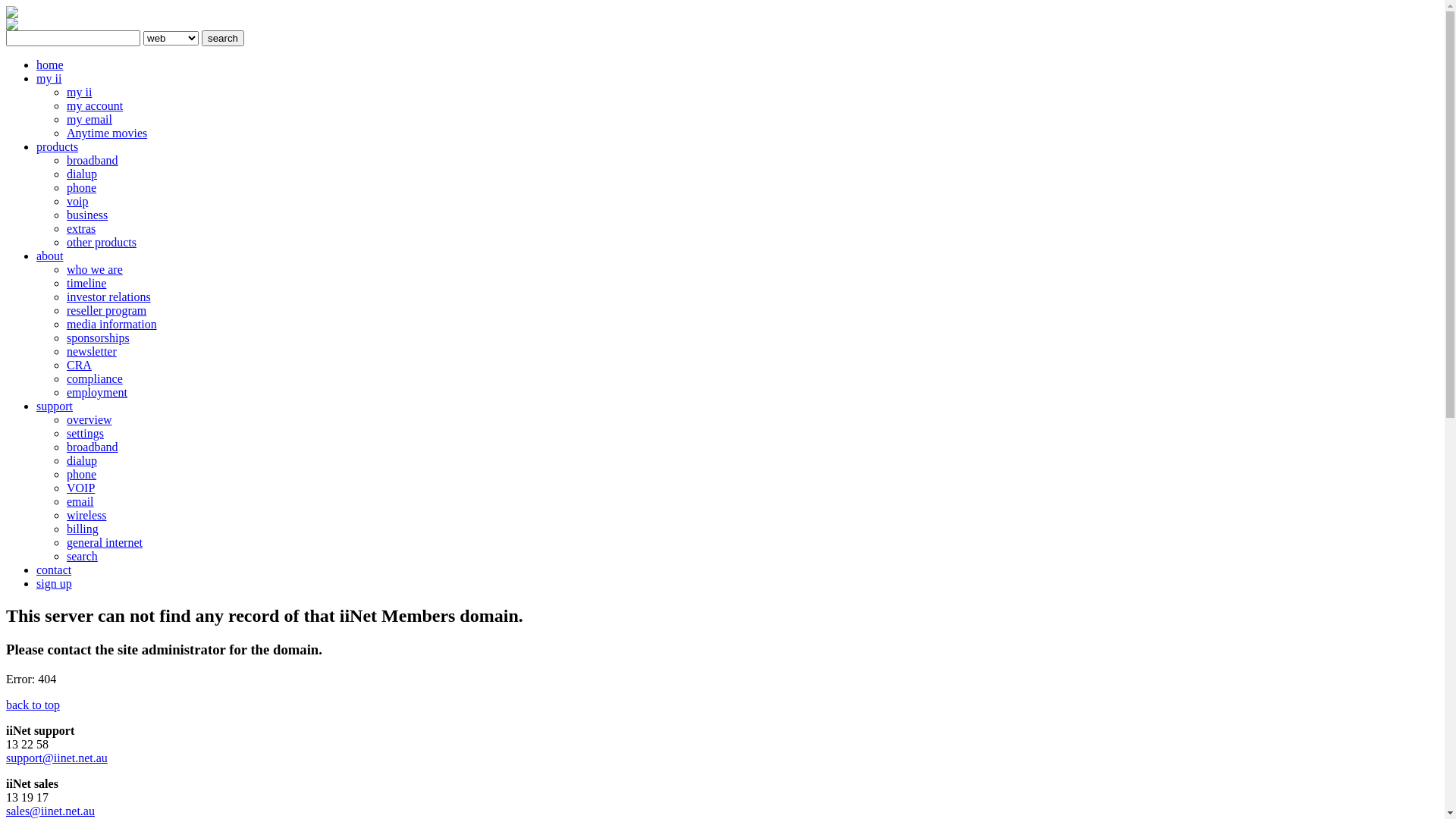 This screenshot has width=1456, height=819. What do you see at coordinates (76, 200) in the screenshot?
I see `'voip'` at bounding box center [76, 200].